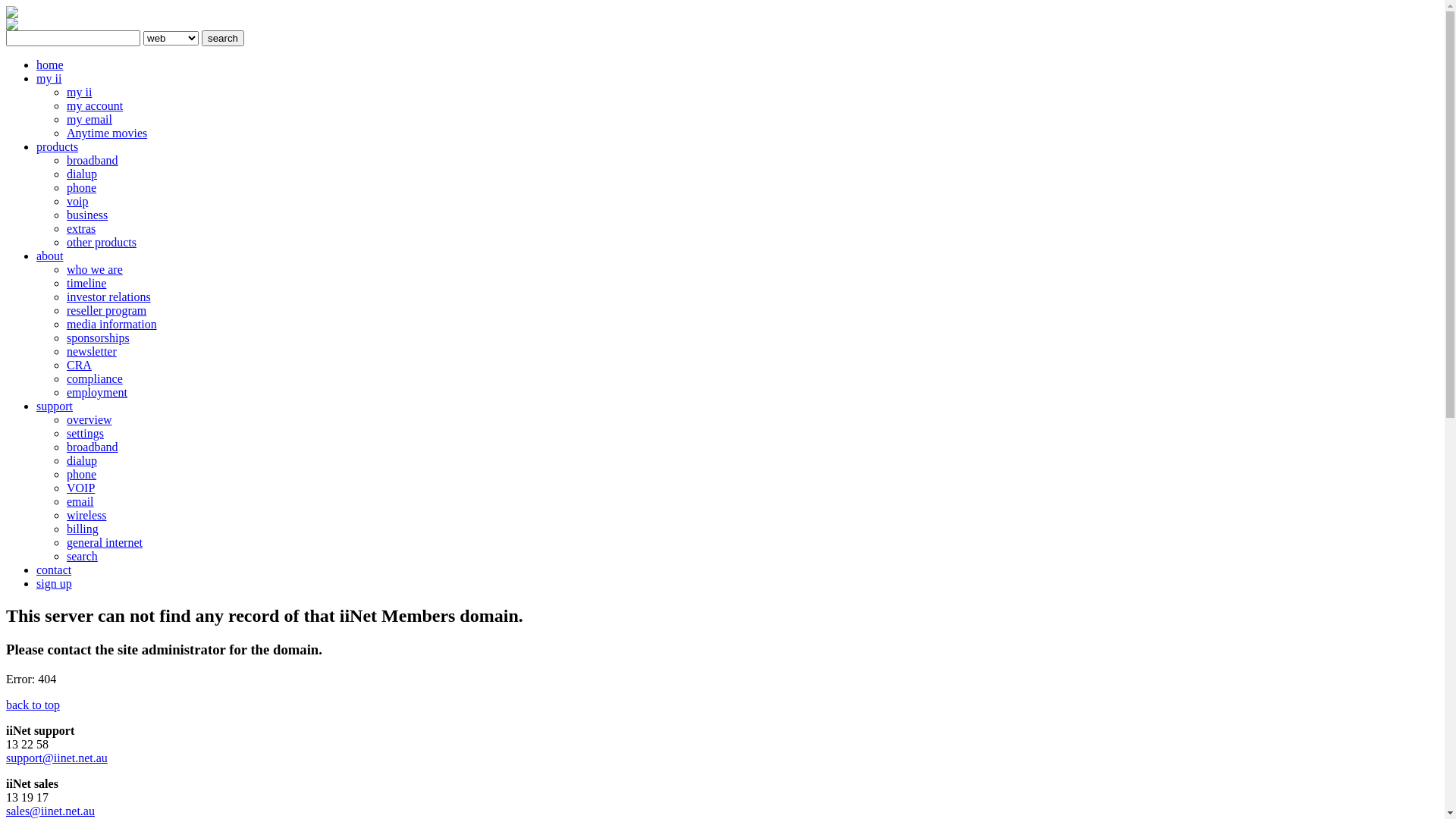 This screenshot has width=1456, height=819. What do you see at coordinates (76, 200) in the screenshot?
I see `'voip'` at bounding box center [76, 200].